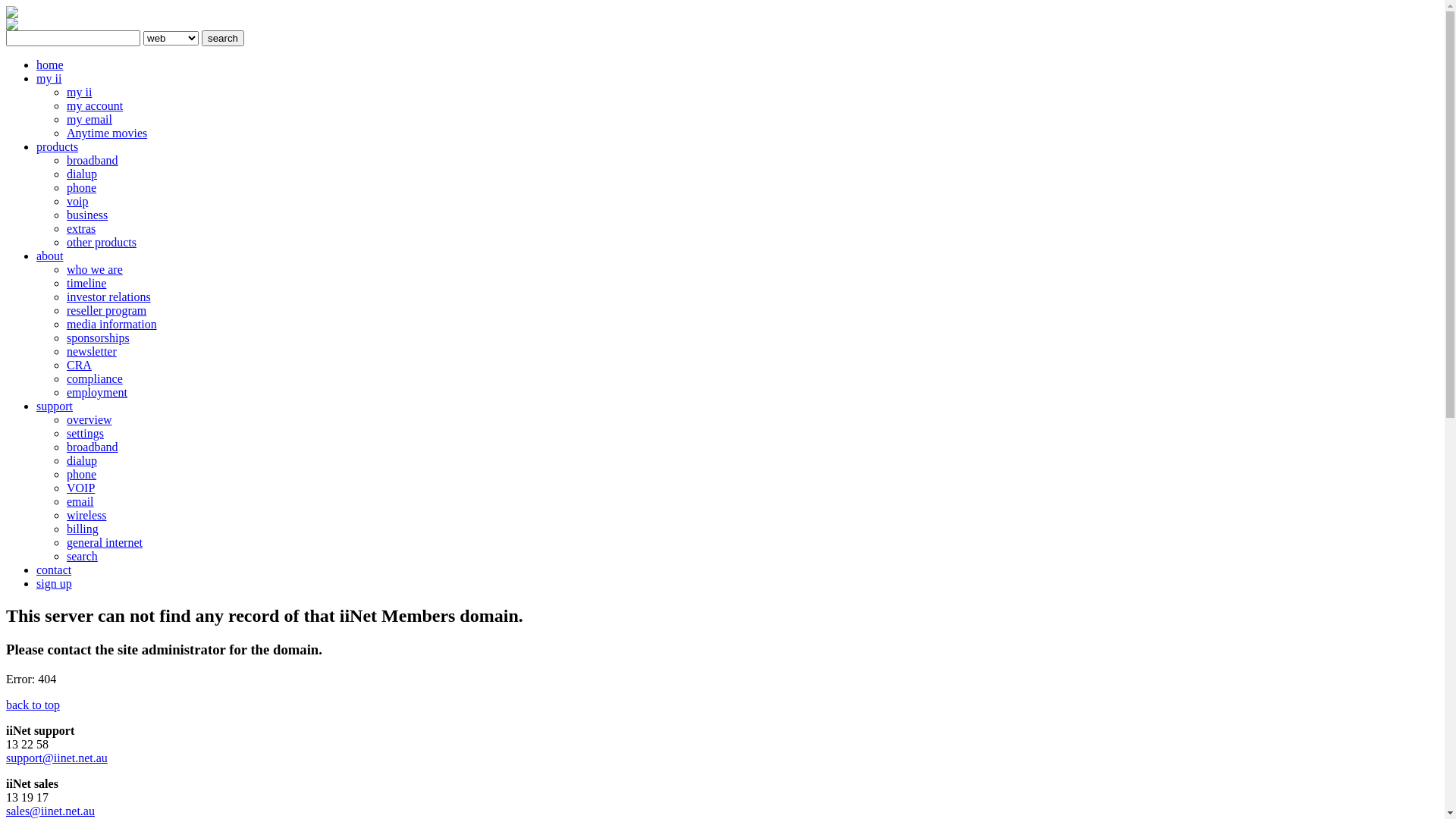 This screenshot has width=1456, height=819. What do you see at coordinates (76, 200) in the screenshot?
I see `'voip'` at bounding box center [76, 200].